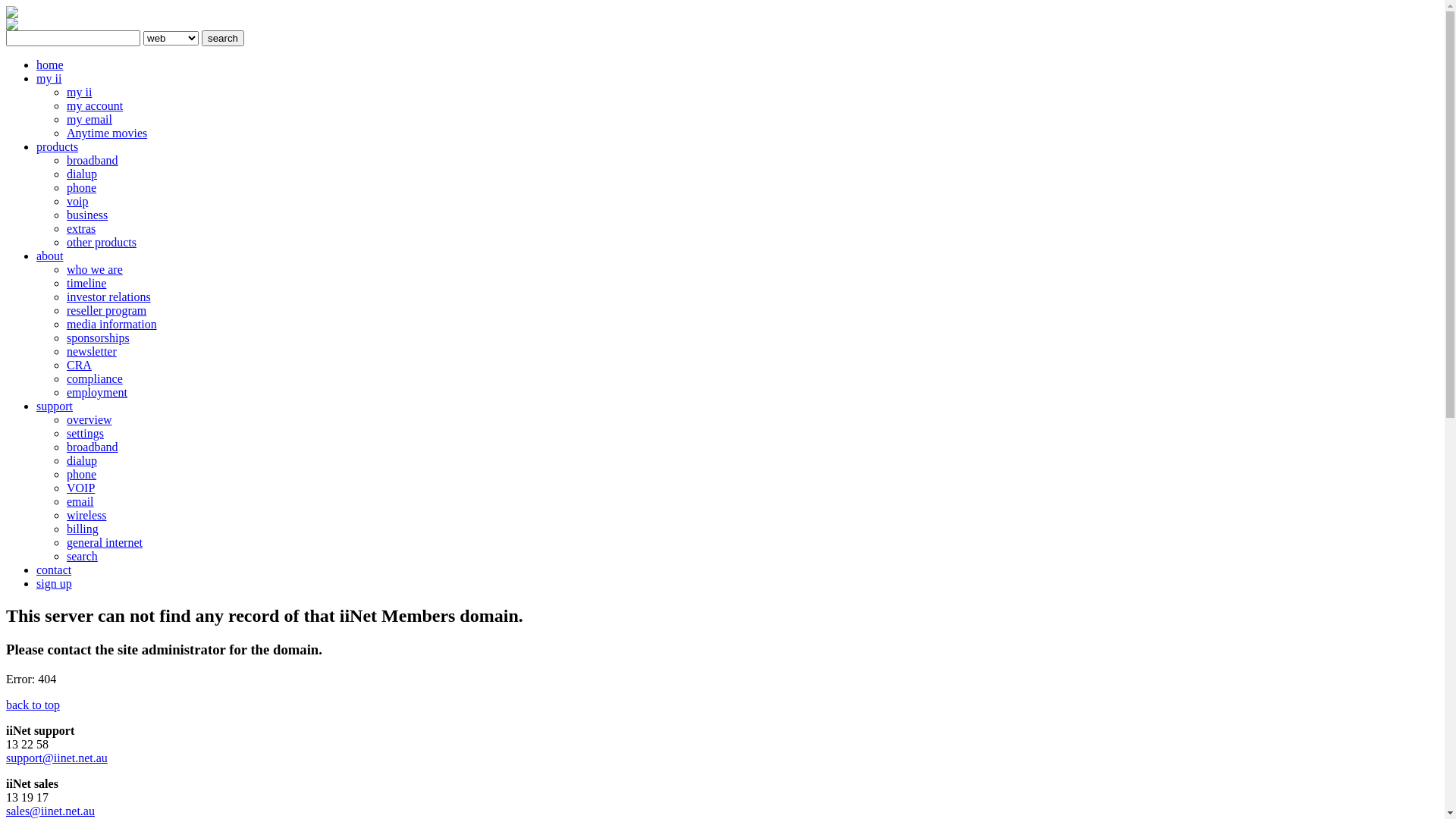 This screenshot has width=1456, height=819. What do you see at coordinates (76, 200) in the screenshot?
I see `'voip'` at bounding box center [76, 200].